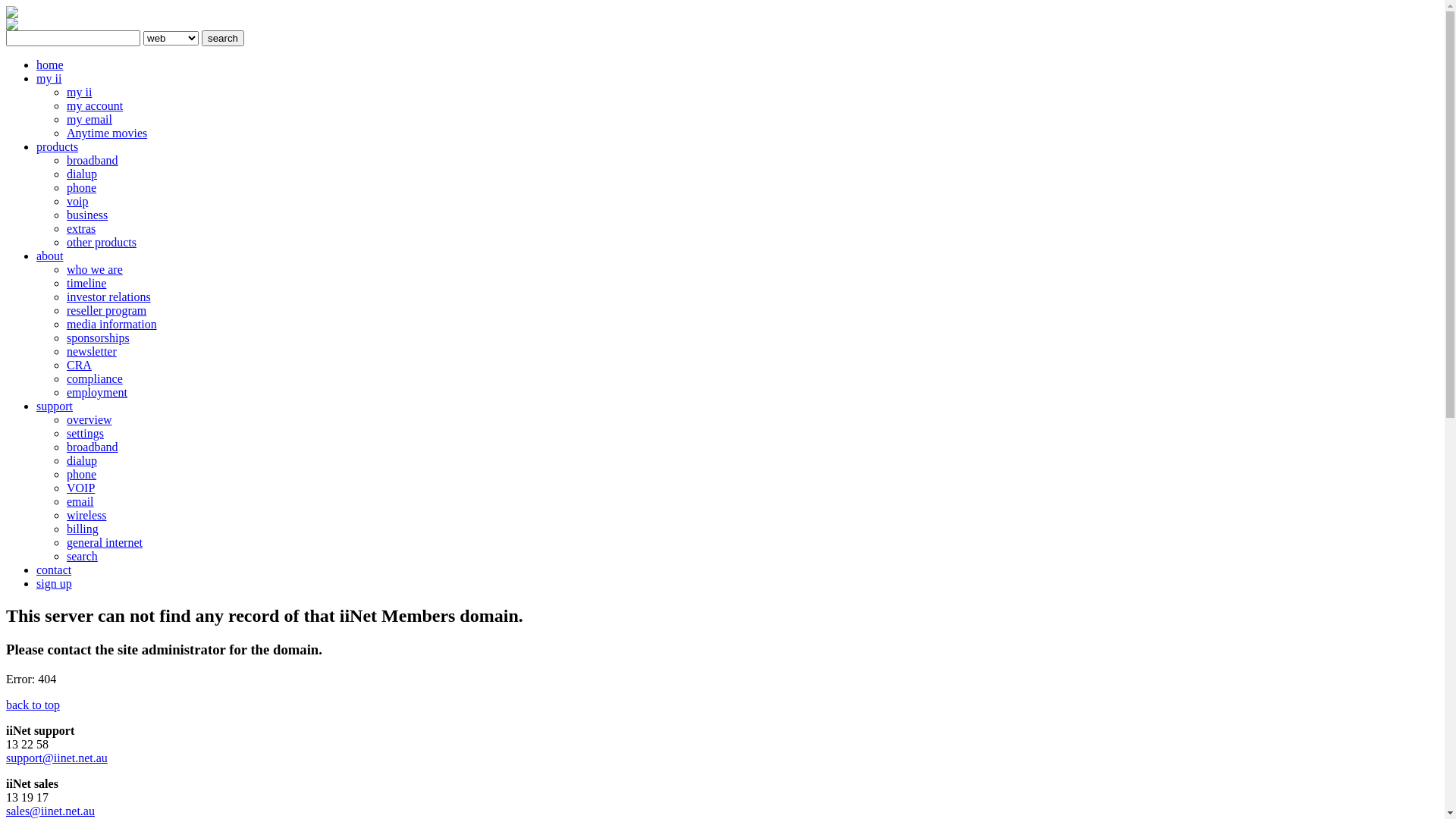 This screenshot has width=1456, height=819. What do you see at coordinates (76, 200) in the screenshot?
I see `'voip'` at bounding box center [76, 200].